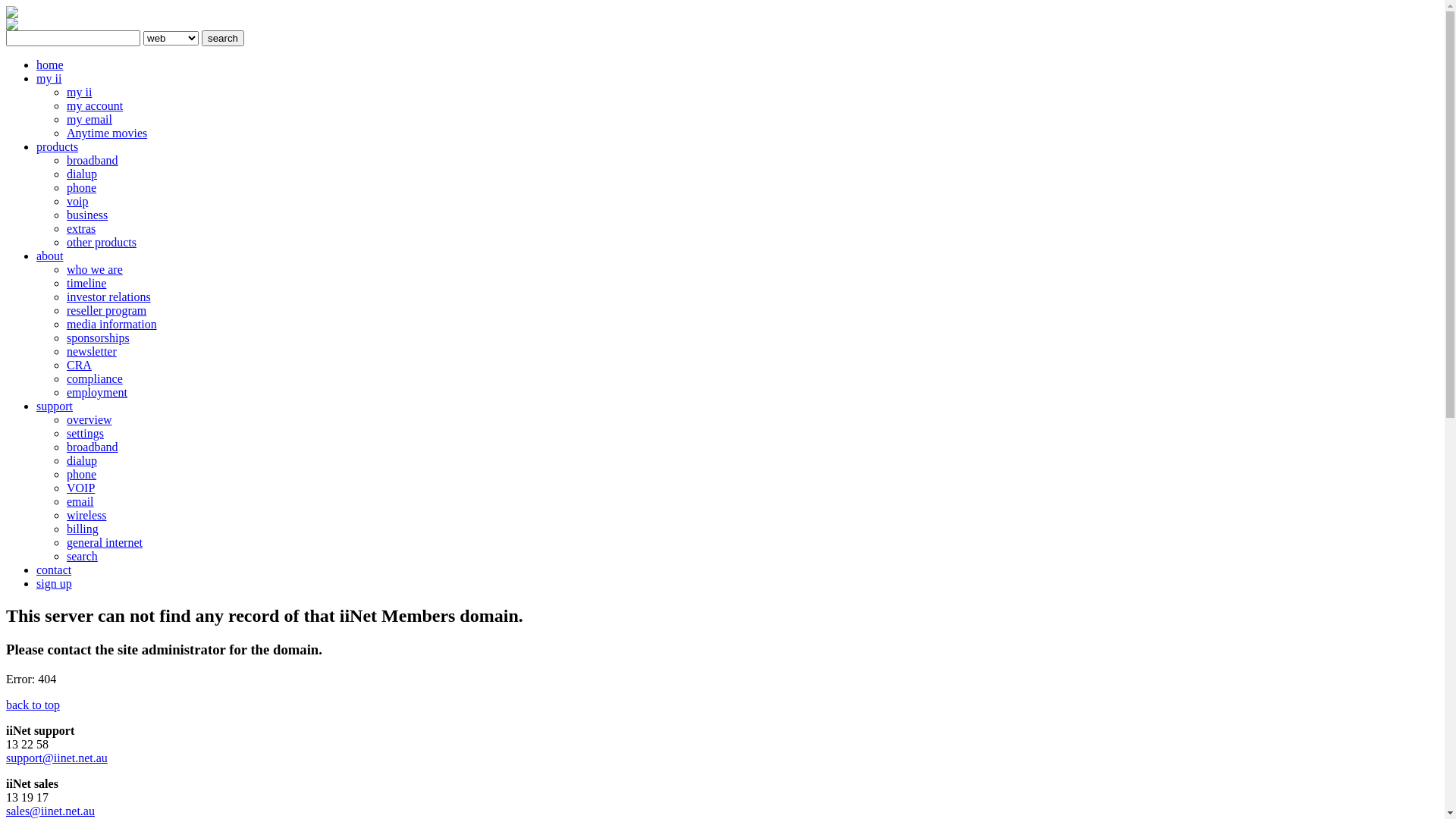 This screenshot has width=1456, height=819. What do you see at coordinates (76, 200) in the screenshot?
I see `'voip'` at bounding box center [76, 200].